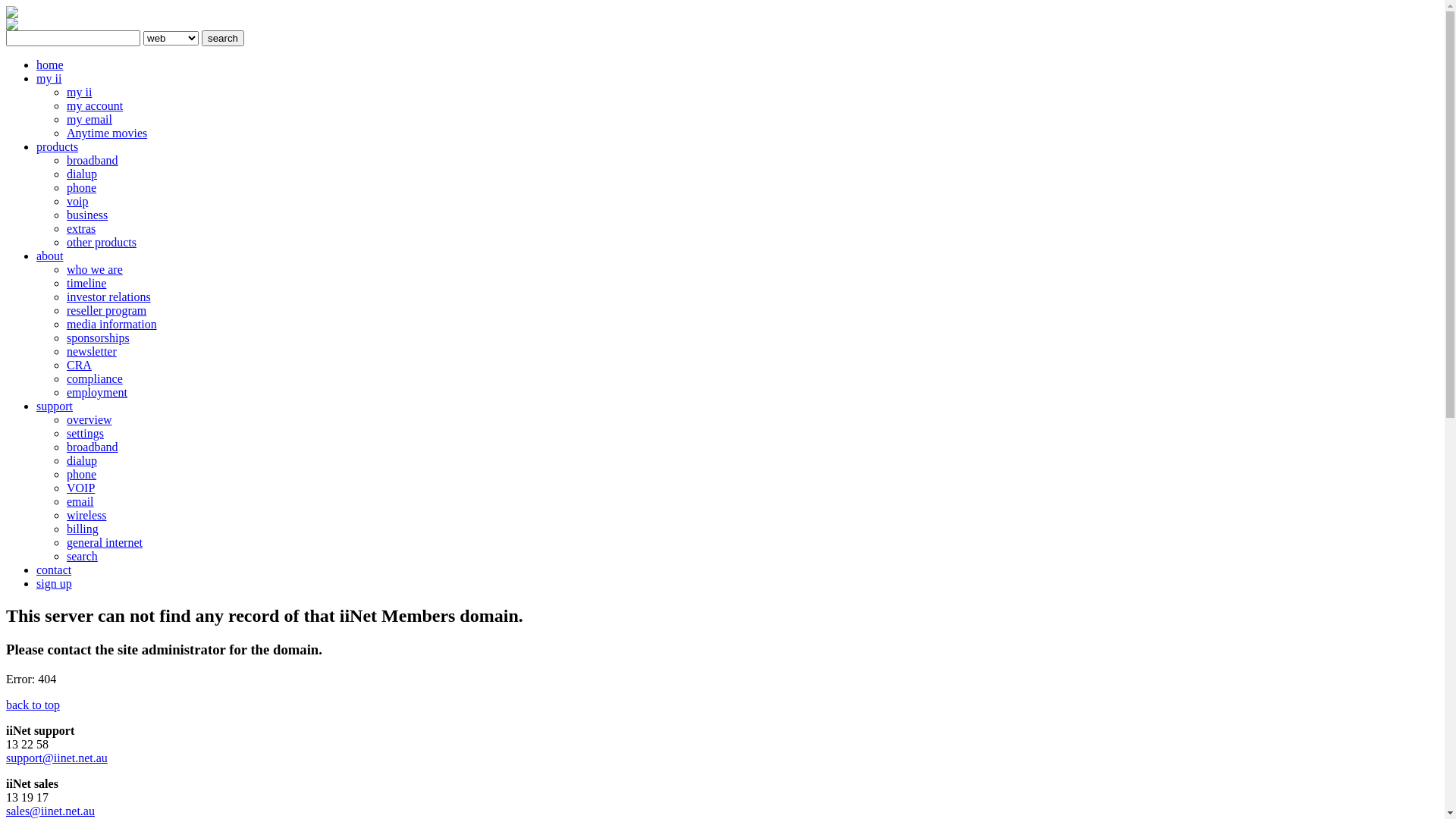 This screenshot has width=1456, height=819. What do you see at coordinates (76, 200) in the screenshot?
I see `'voip'` at bounding box center [76, 200].